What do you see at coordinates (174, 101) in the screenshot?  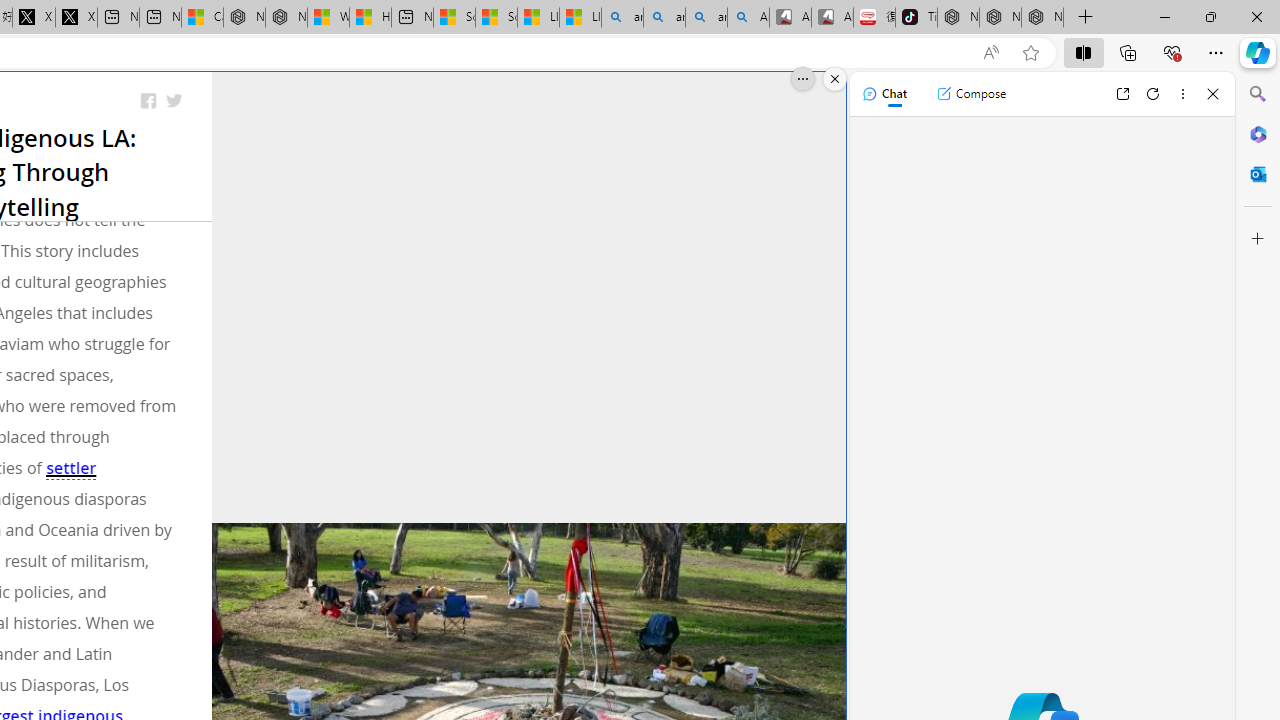 I see `'Share on Twitter'` at bounding box center [174, 101].